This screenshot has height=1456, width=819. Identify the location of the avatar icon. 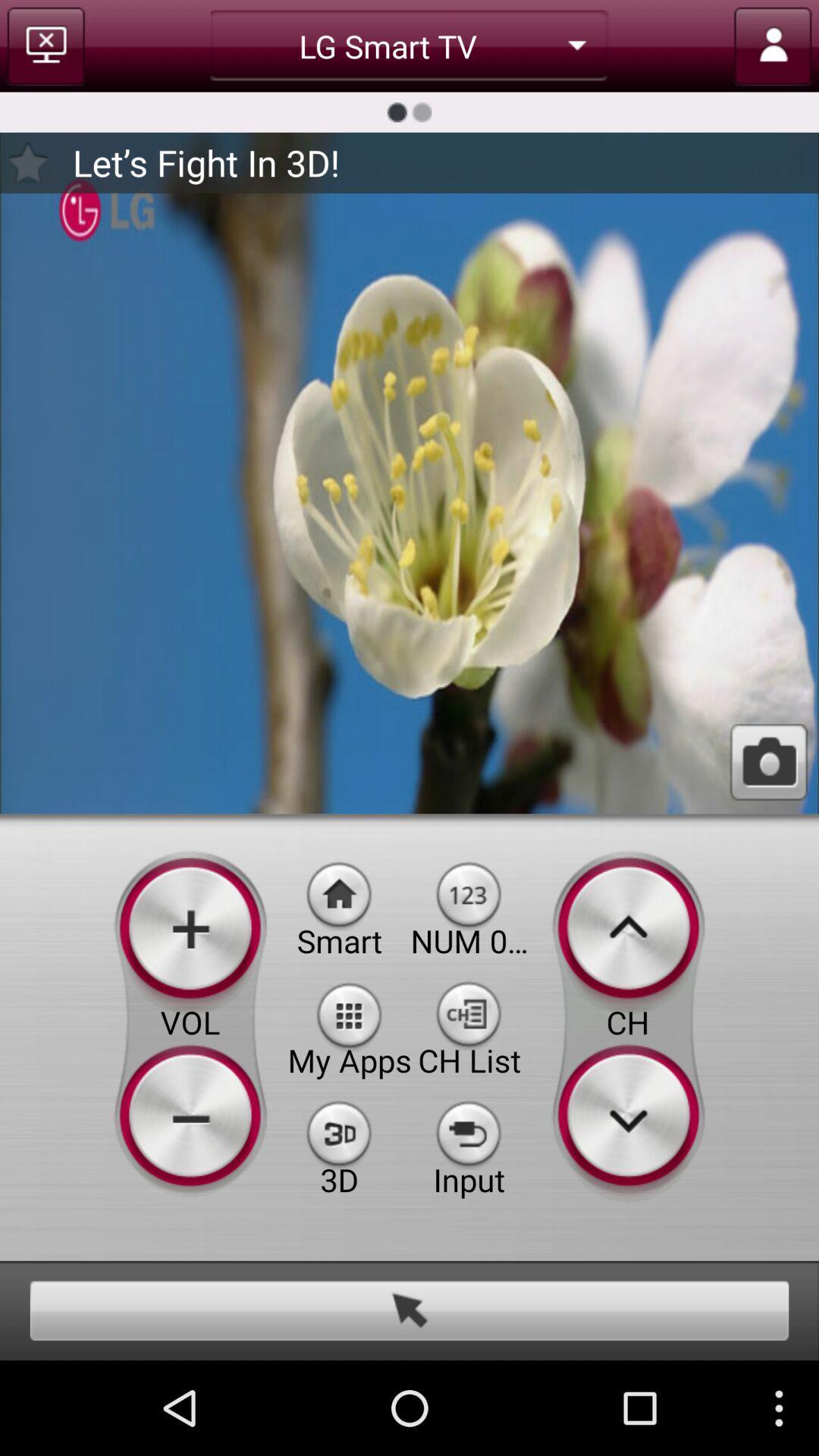
(773, 49).